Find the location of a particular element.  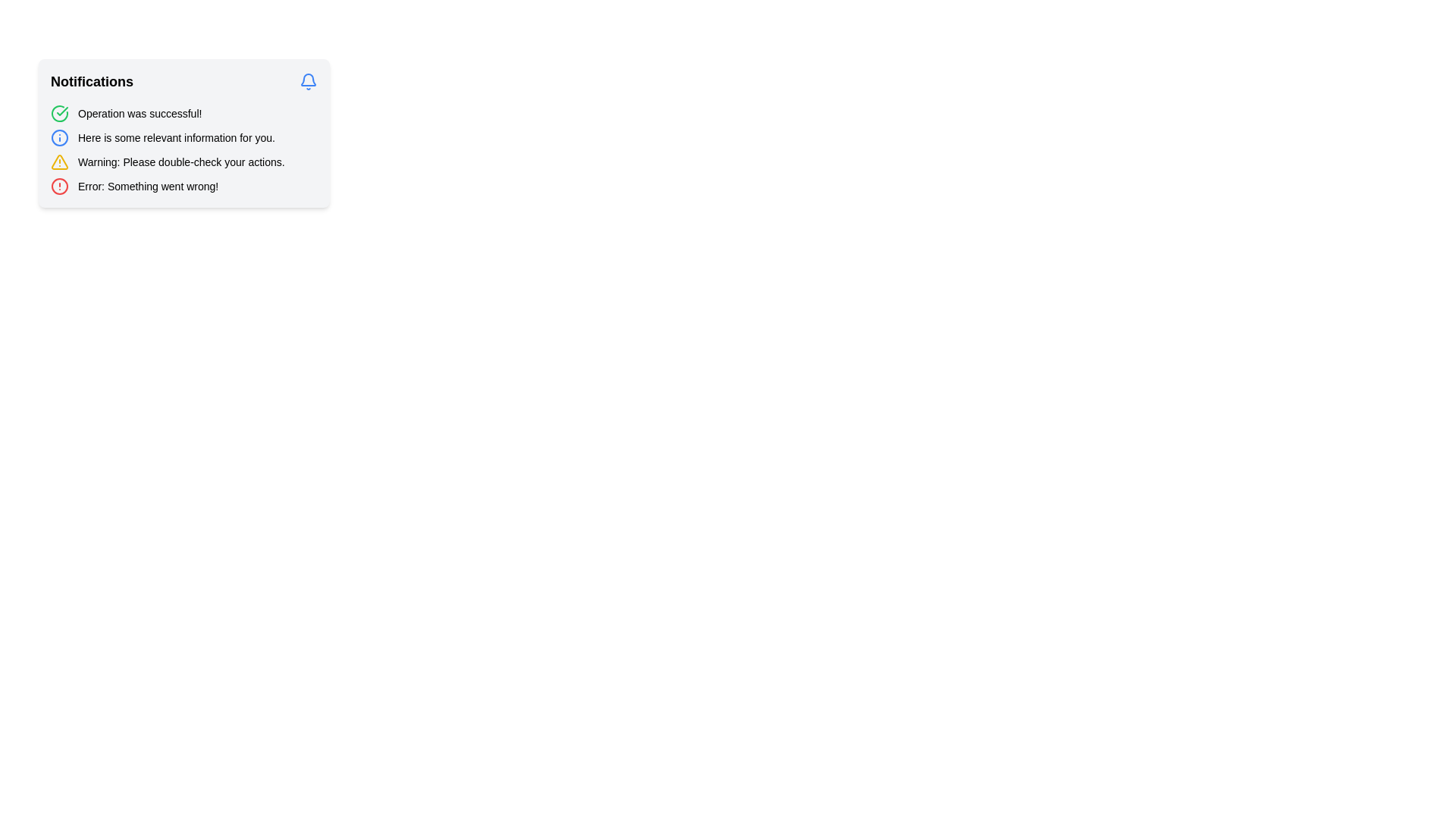

the warning icon located on the left side of the third notification item in the vertical list of messages within the notification panel is located at coordinates (59, 162).